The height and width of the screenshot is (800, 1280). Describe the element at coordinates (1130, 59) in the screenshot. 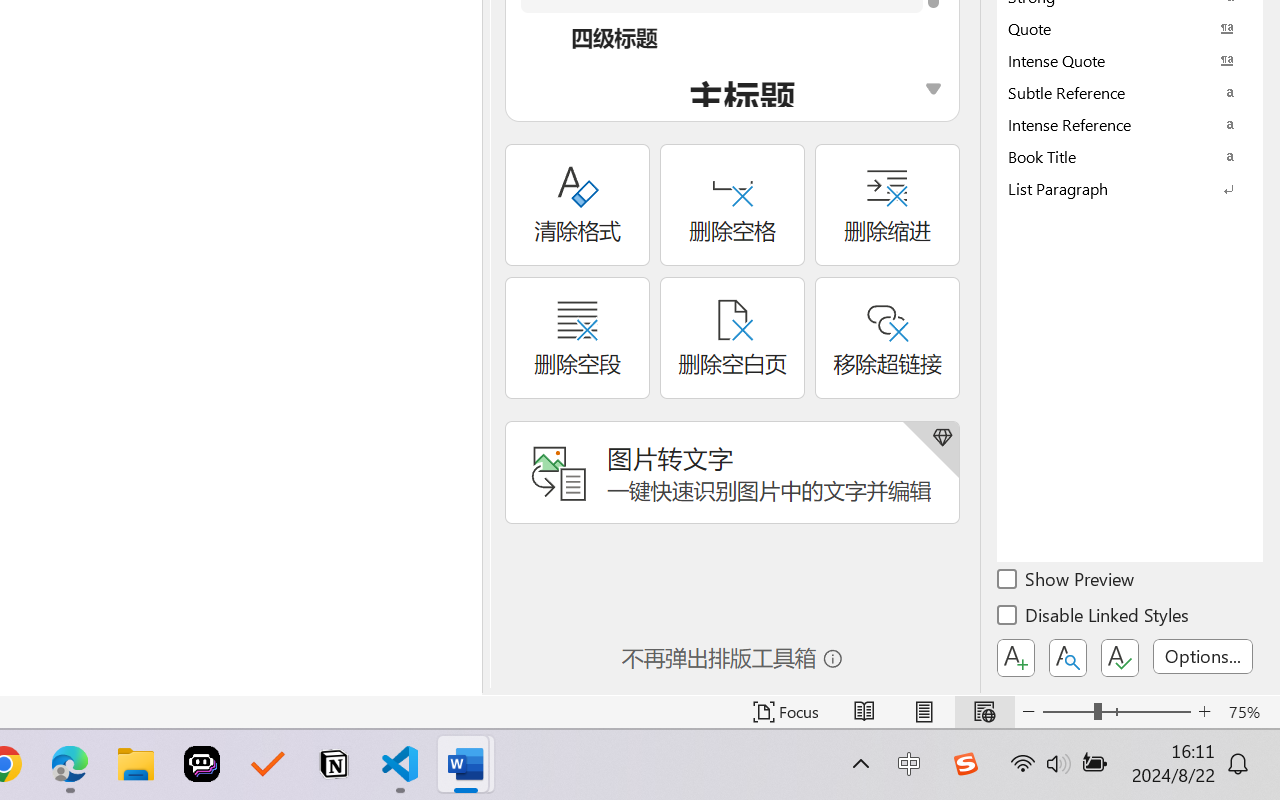

I see `'Intense Quote'` at that location.